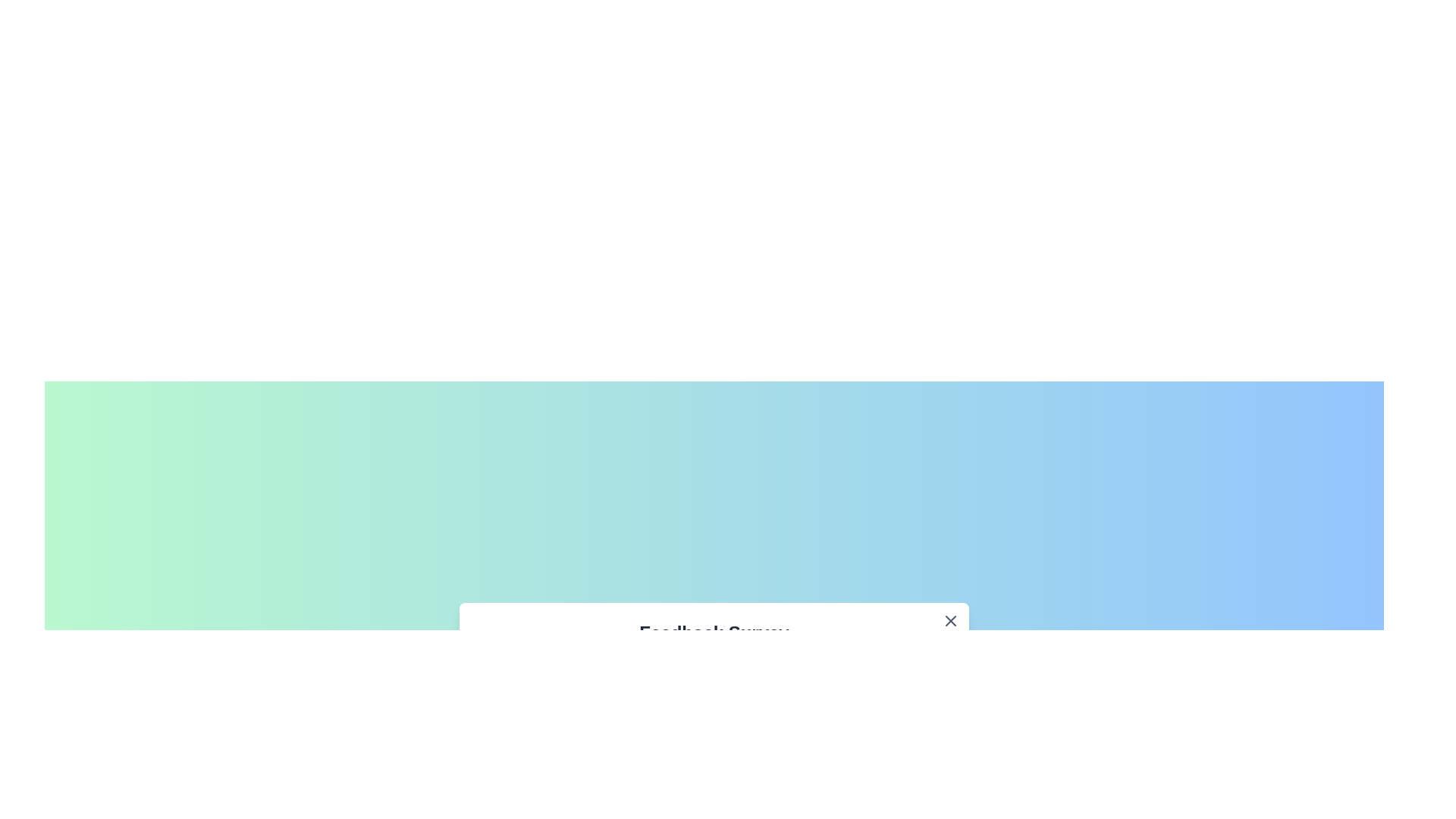 This screenshot has height=819, width=1456. I want to click on the close button to close the dialog, so click(949, 620).